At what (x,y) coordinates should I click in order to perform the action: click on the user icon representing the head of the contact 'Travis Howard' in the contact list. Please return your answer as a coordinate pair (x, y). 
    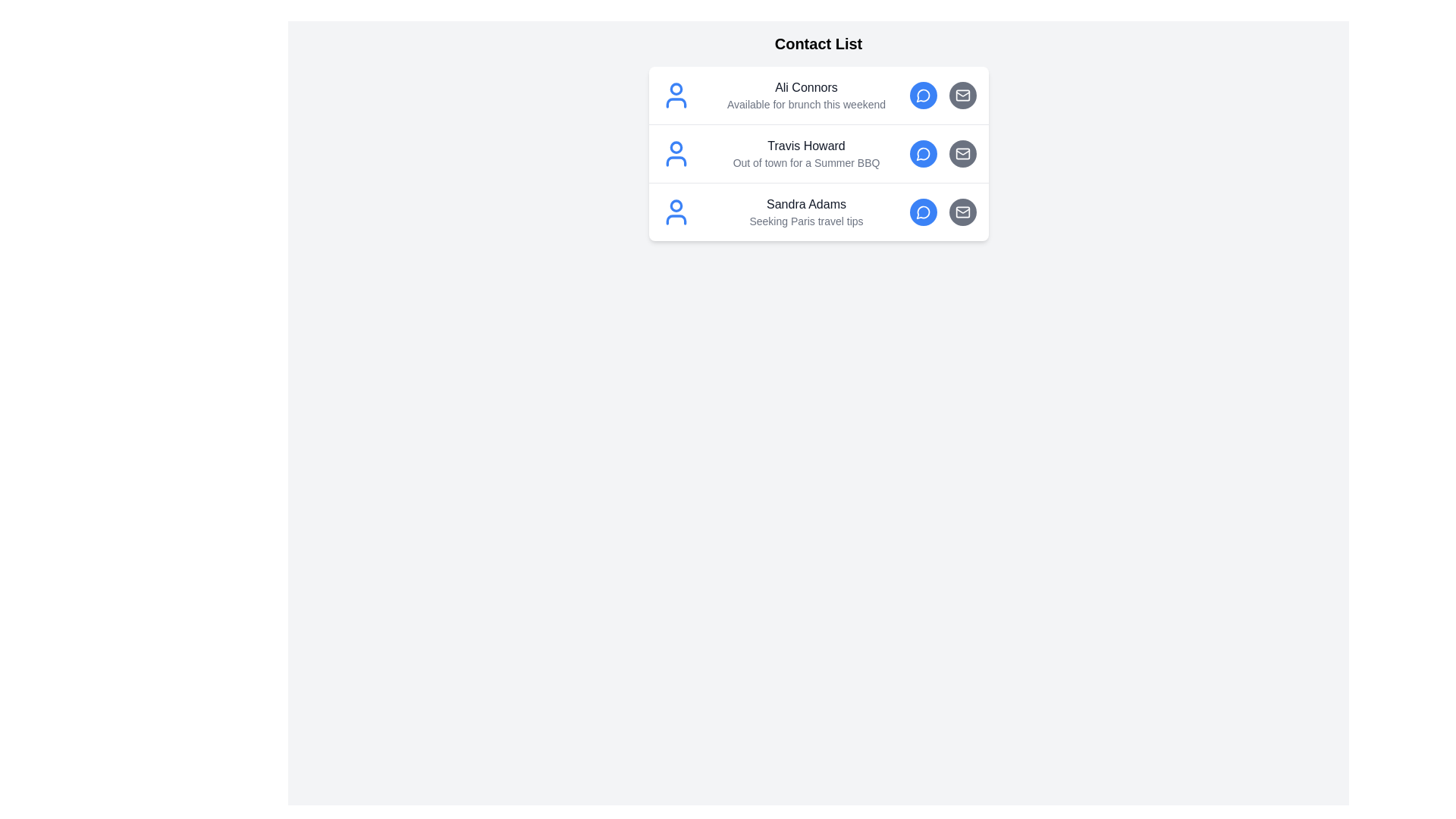
    Looking at the image, I should click on (675, 147).